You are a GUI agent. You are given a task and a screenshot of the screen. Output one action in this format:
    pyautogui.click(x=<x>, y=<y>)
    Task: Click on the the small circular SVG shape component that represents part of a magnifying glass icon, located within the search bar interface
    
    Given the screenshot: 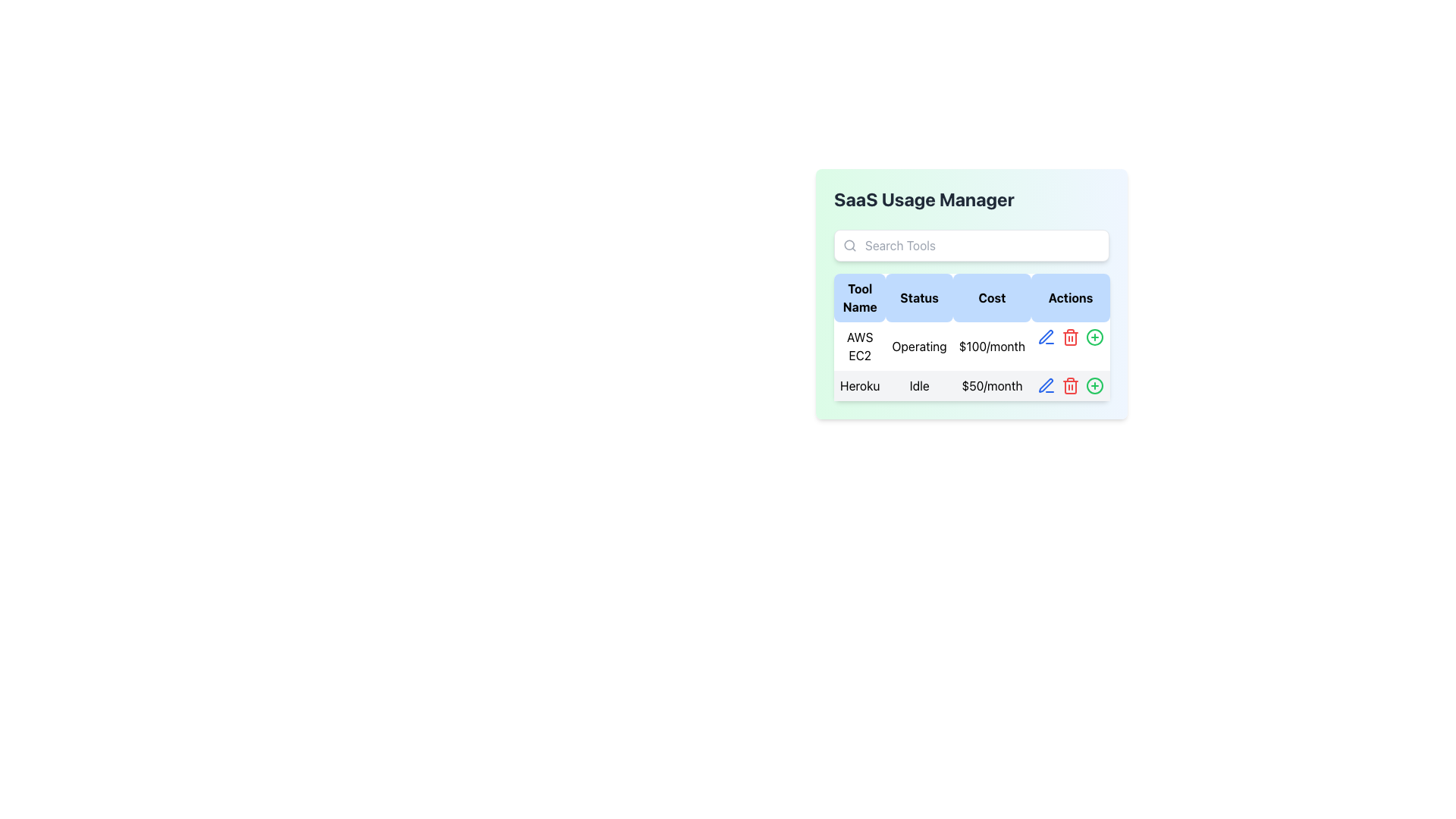 What is the action you would take?
    pyautogui.click(x=849, y=244)
    